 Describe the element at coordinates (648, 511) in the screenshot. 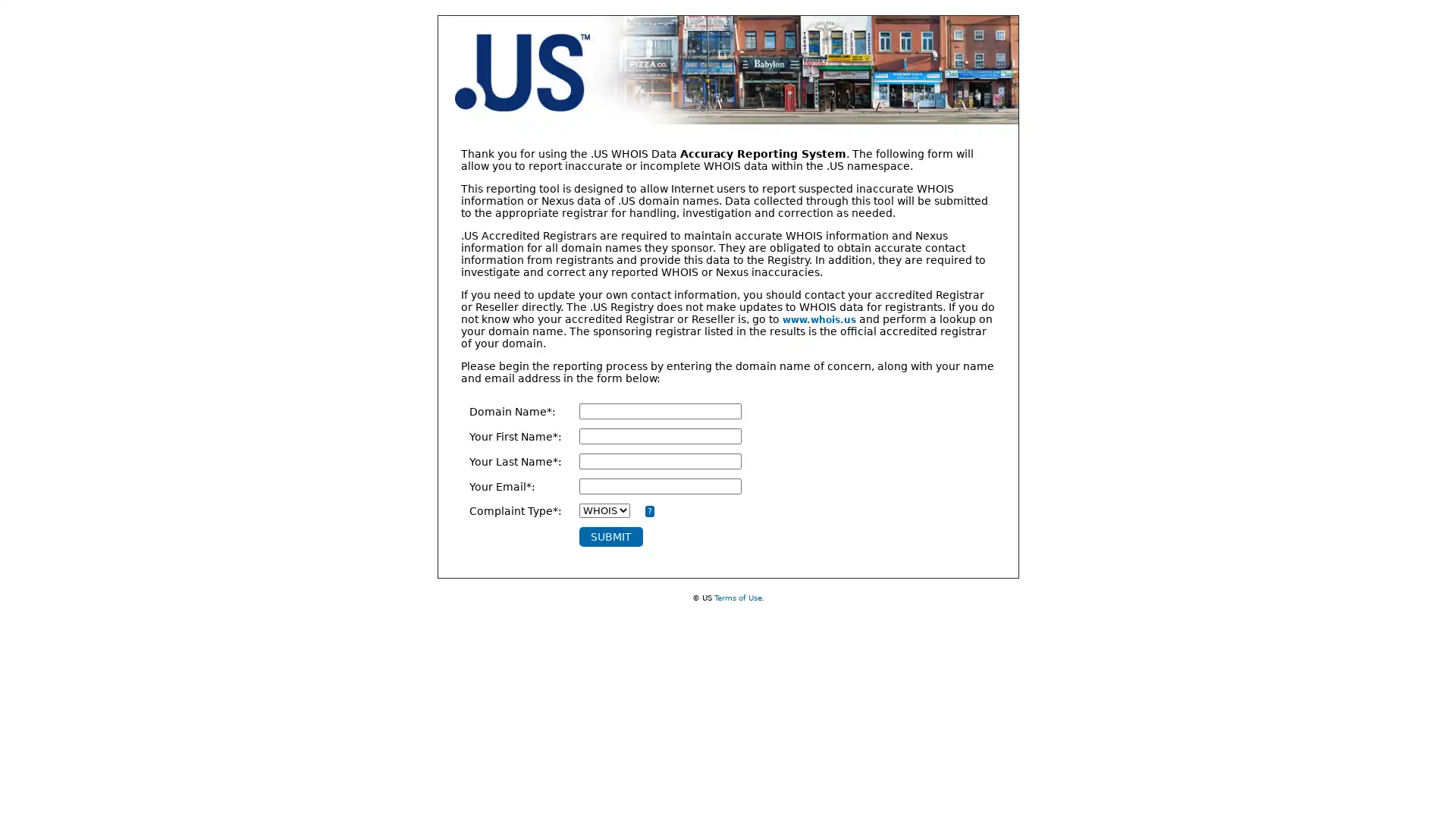

I see `?` at that location.